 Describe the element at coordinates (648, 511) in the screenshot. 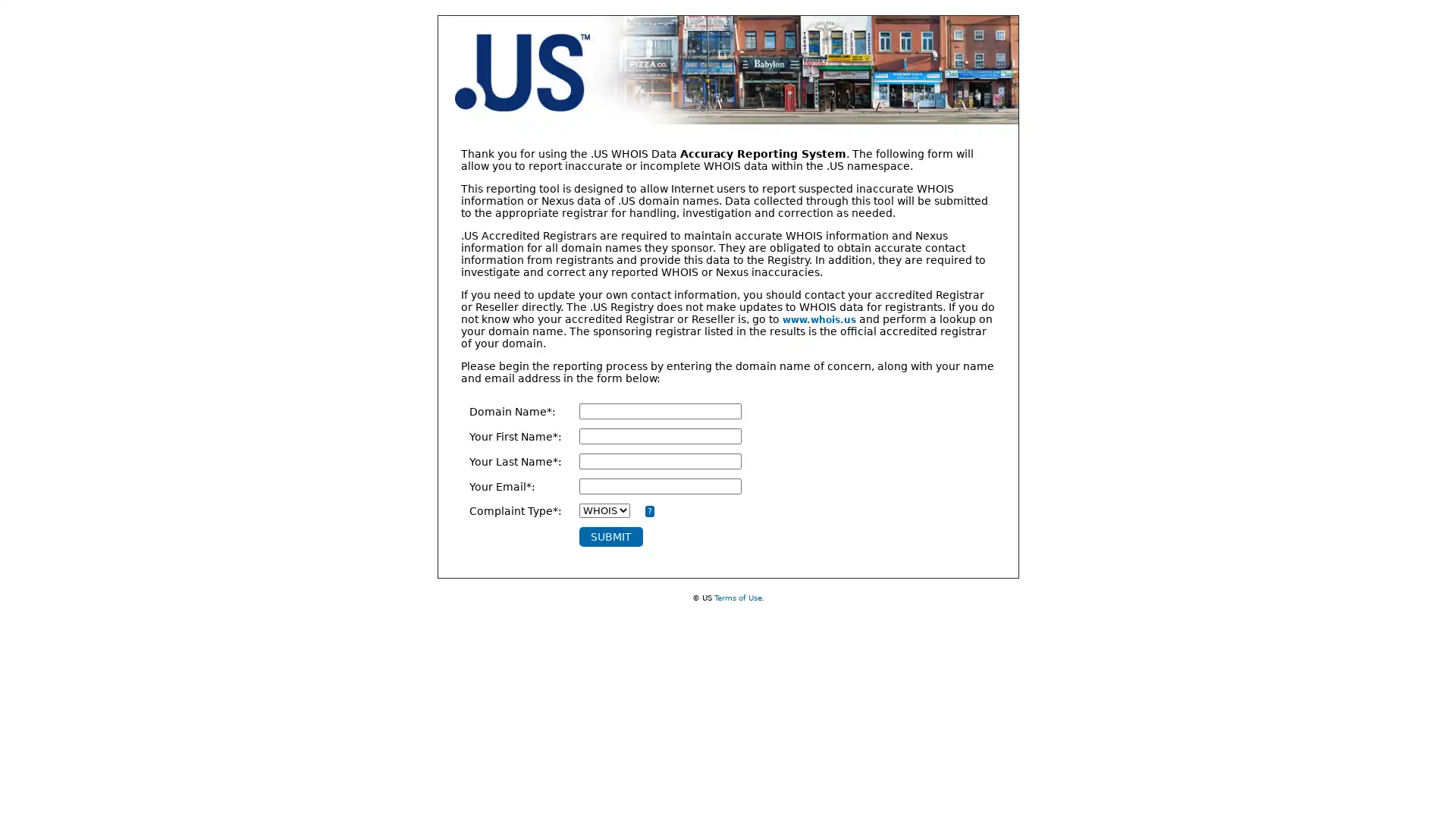

I see `?` at that location.